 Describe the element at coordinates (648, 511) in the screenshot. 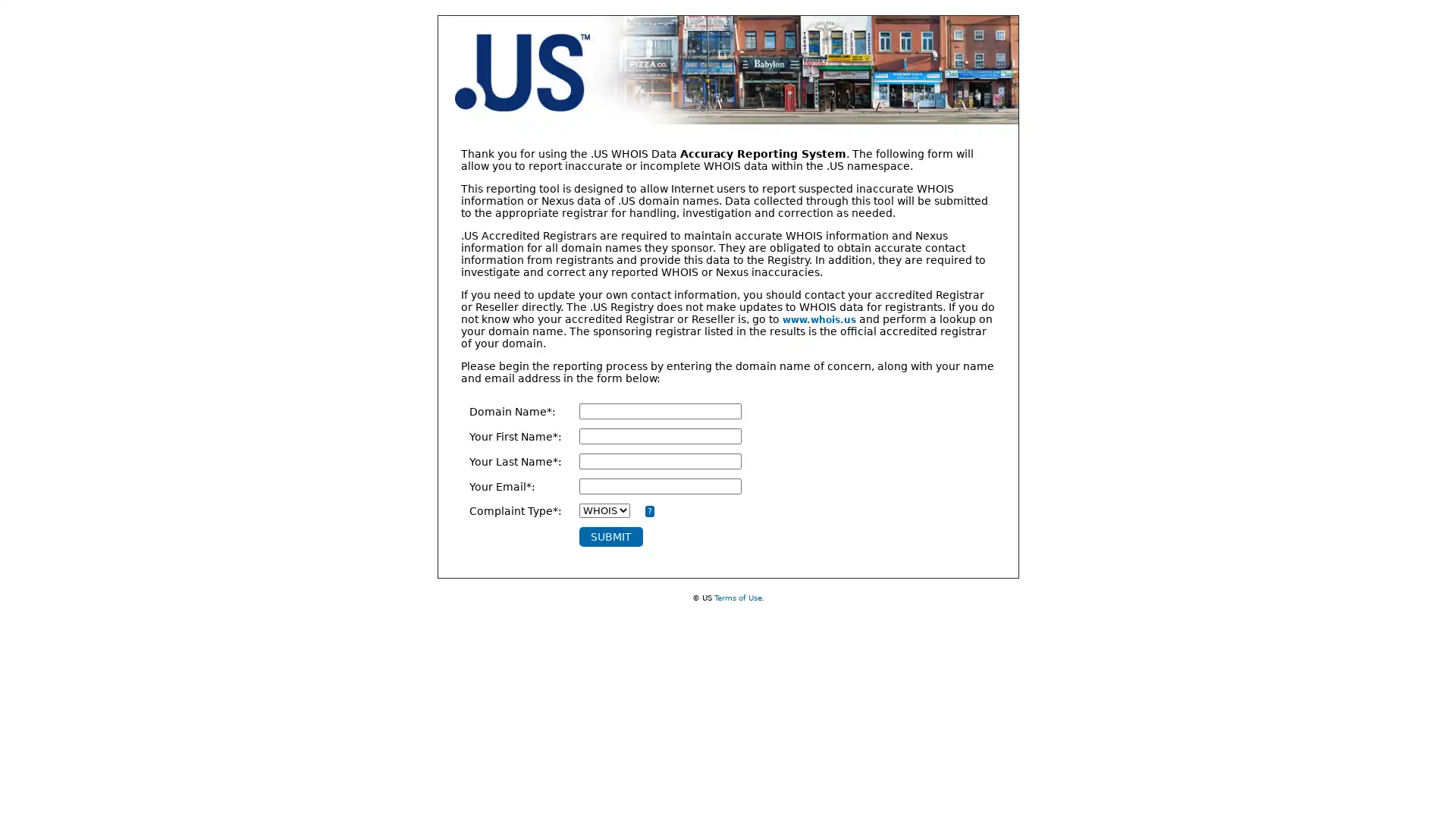

I see `?` at that location.